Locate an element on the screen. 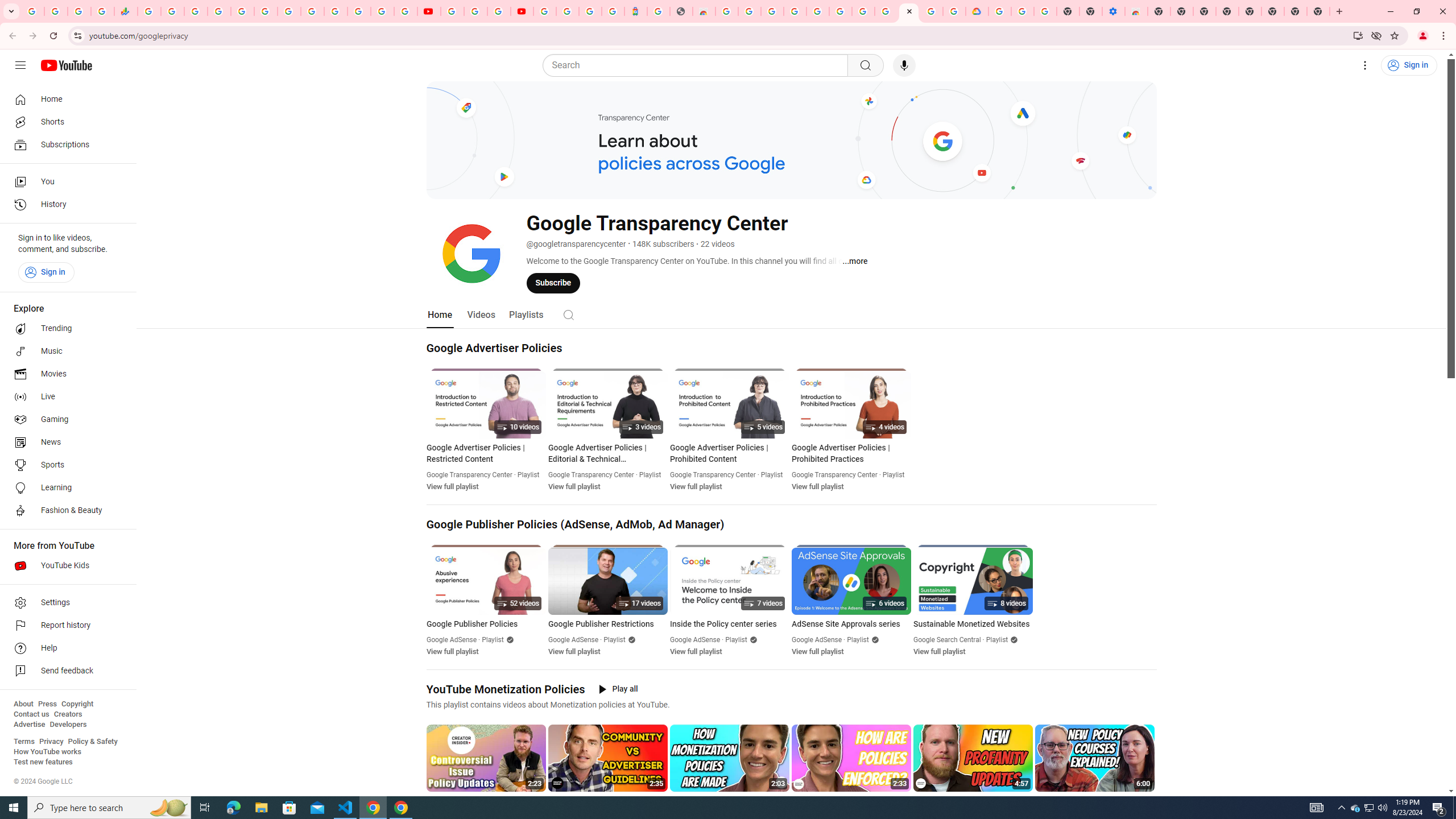 The width and height of the screenshot is (1456, 819). 'Creators' is located at coordinates (68, 714).